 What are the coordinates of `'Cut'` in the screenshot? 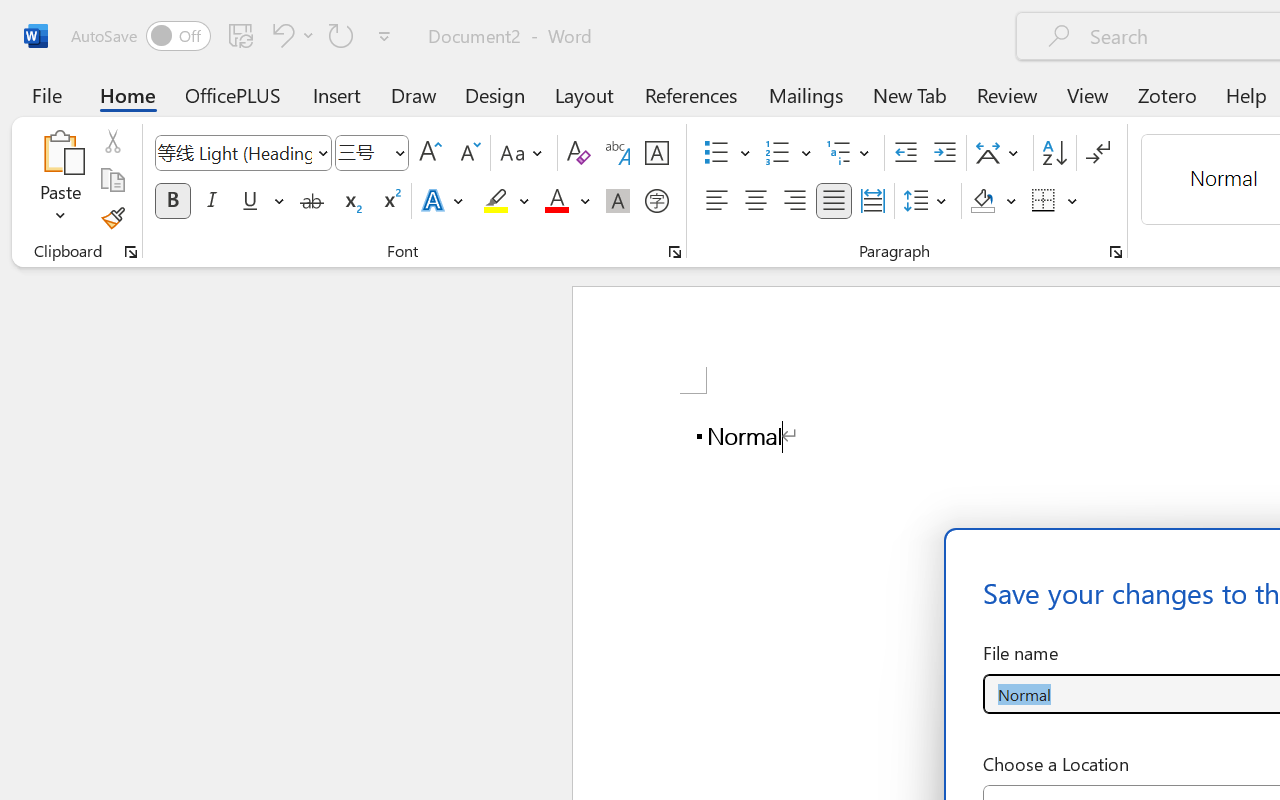 It's located at (111, 141).